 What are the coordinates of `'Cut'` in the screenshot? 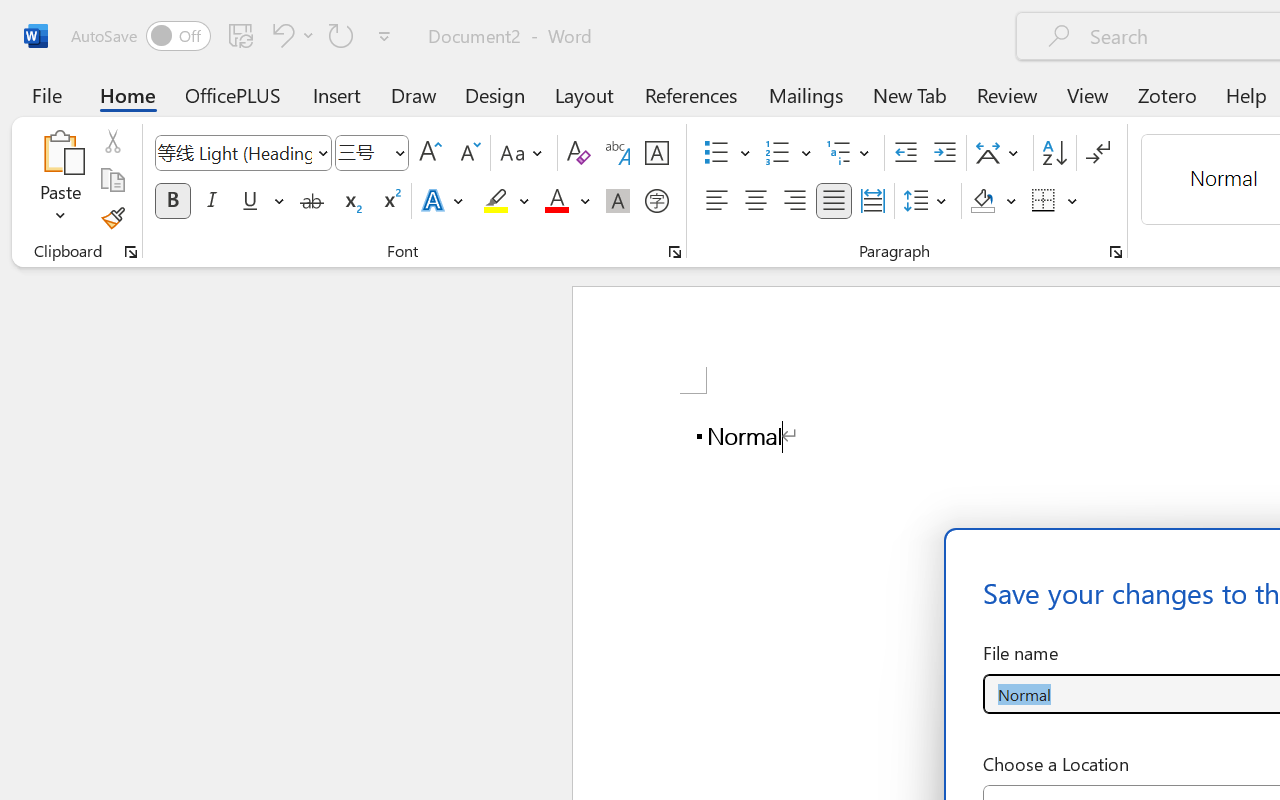 It's located at (111, 141).